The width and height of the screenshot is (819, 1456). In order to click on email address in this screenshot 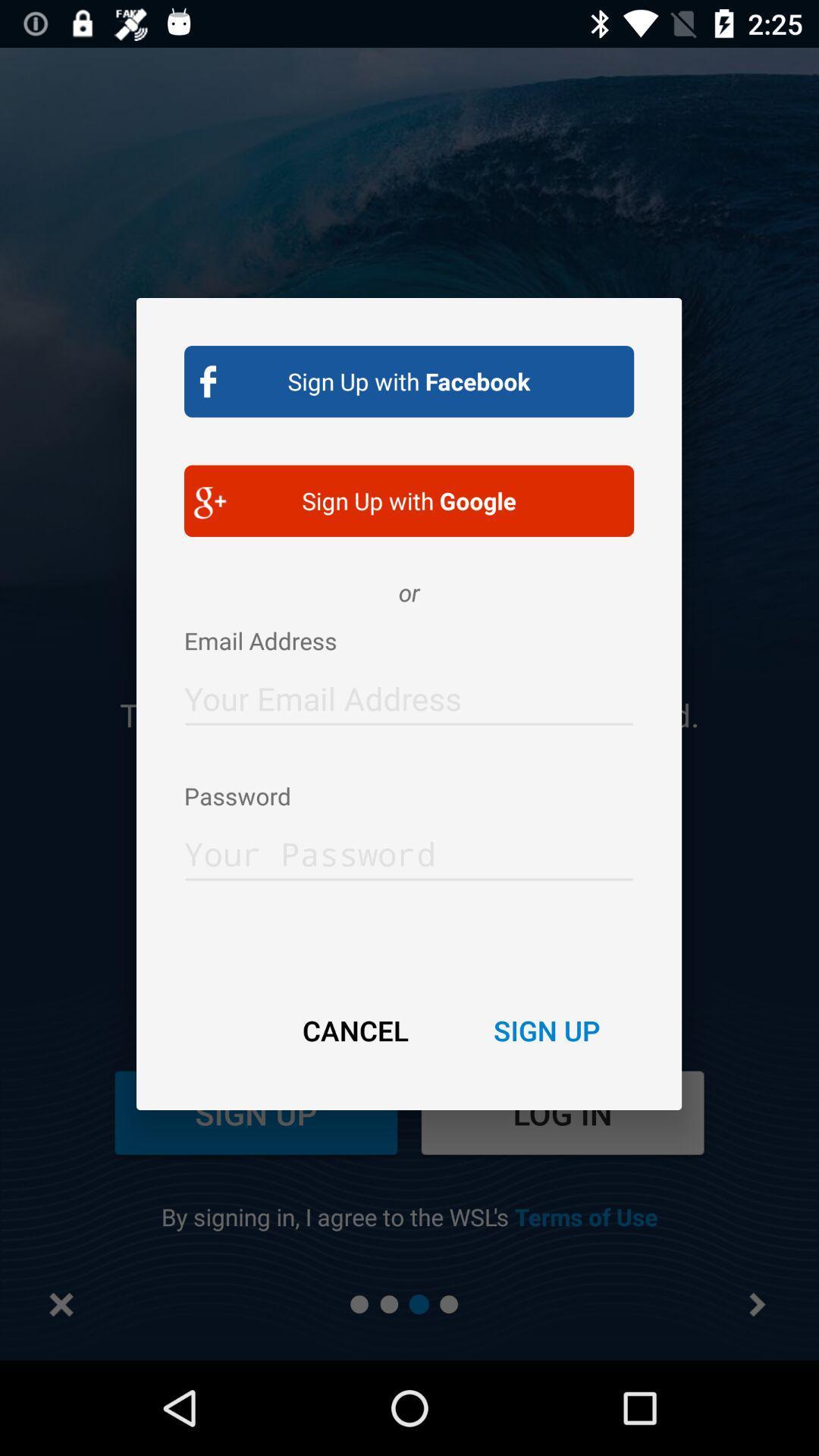, I will do `click(408, 693)`.